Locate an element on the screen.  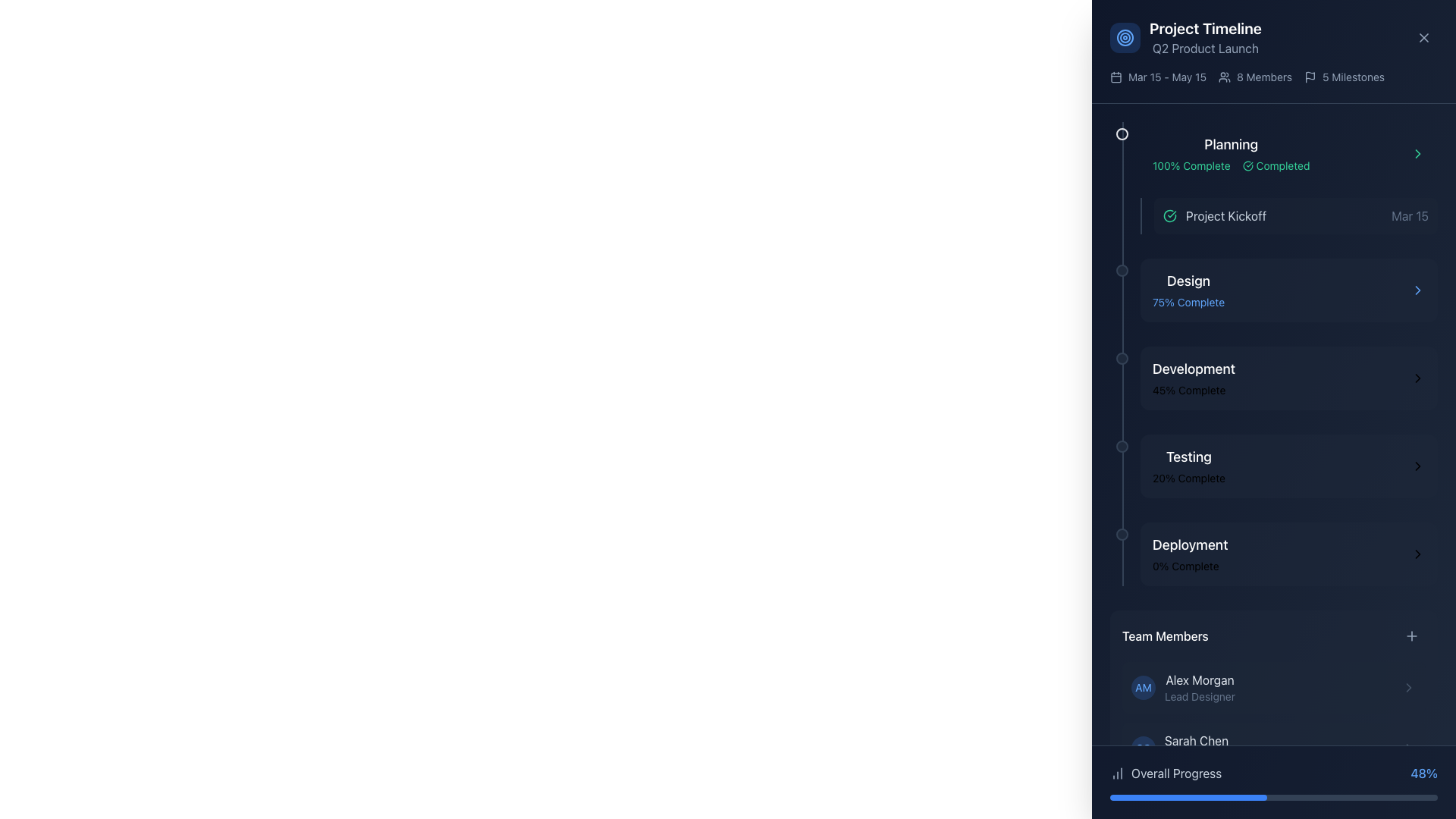
the small right-chevron icon located next to the 'Planning' section title is located at coordinates (1417, 154).